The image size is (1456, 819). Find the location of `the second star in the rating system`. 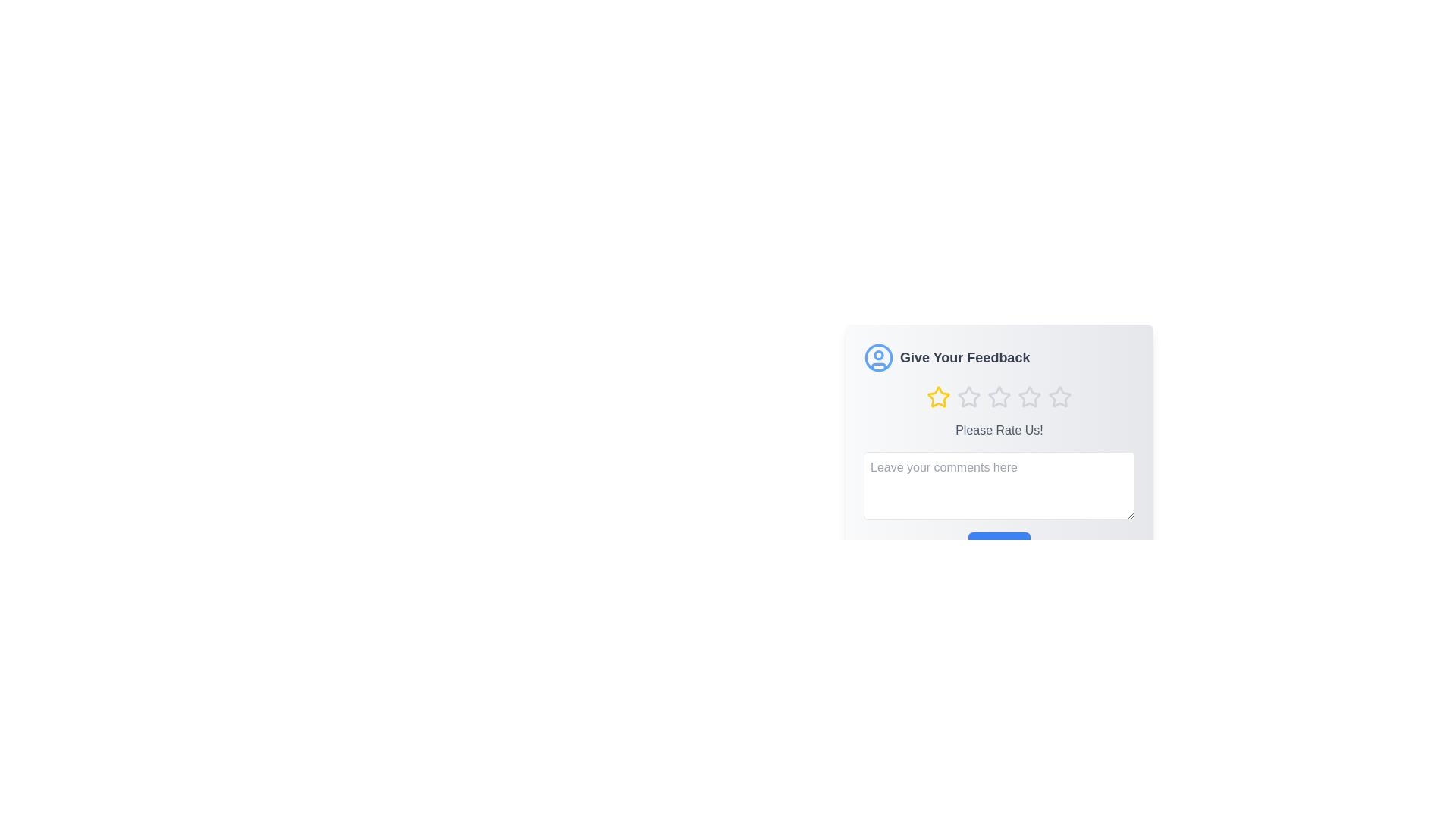

the second star in the rating system is located at coordinates (968, 396).